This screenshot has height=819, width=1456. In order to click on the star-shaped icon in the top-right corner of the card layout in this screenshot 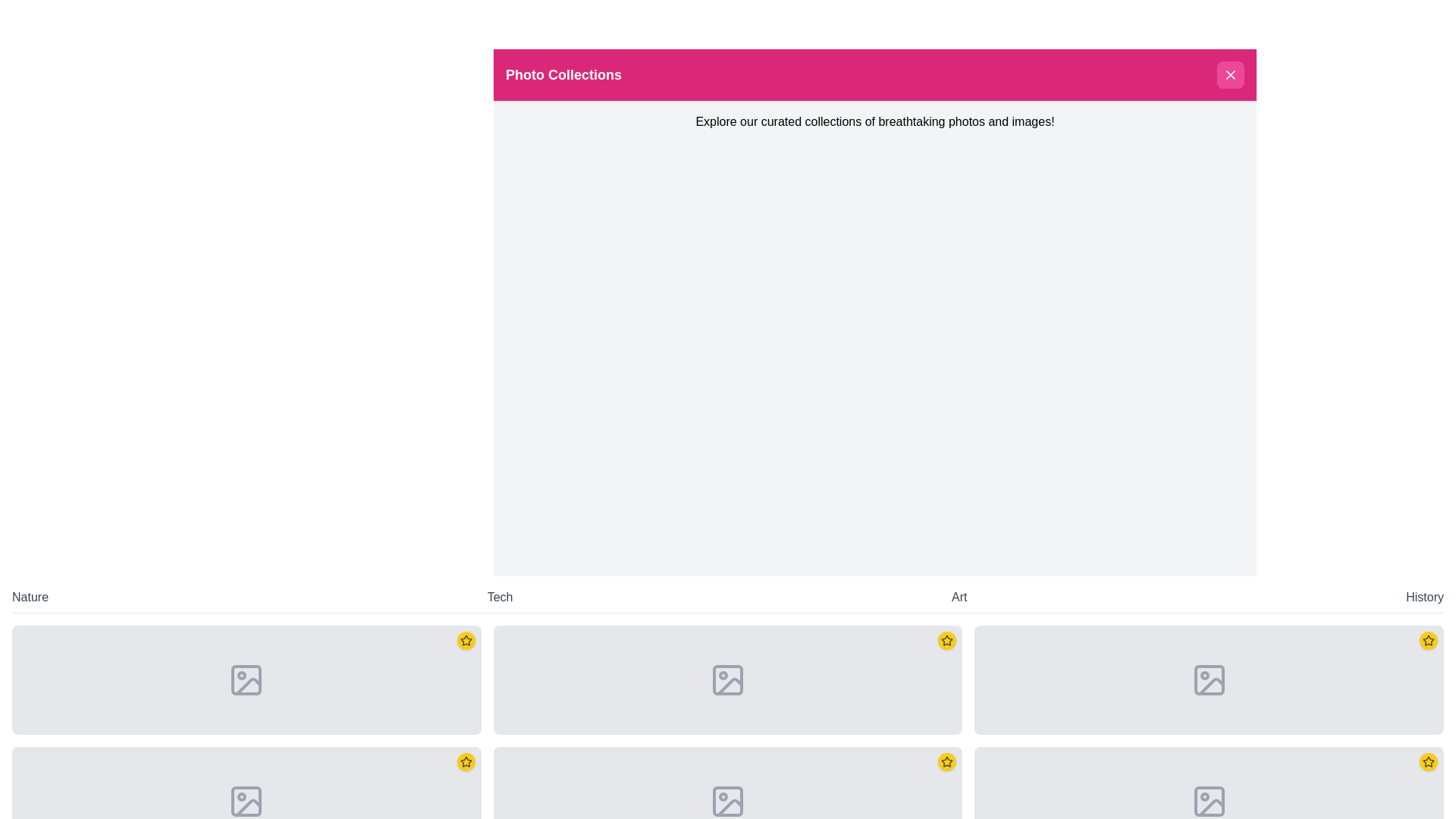, I will do `click(1427, 640)`.